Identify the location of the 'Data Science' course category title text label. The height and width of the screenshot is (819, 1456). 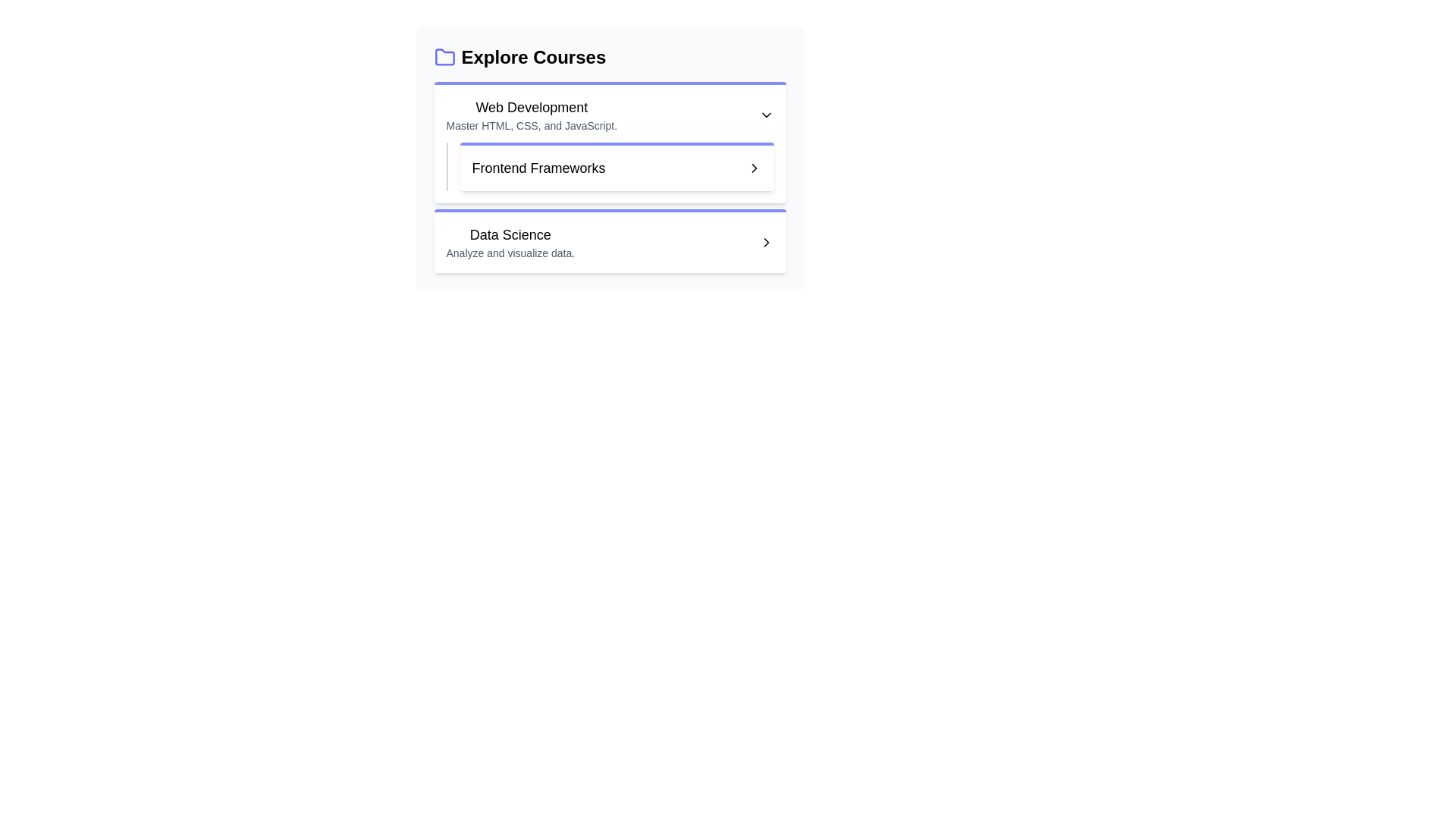
(510, 234).